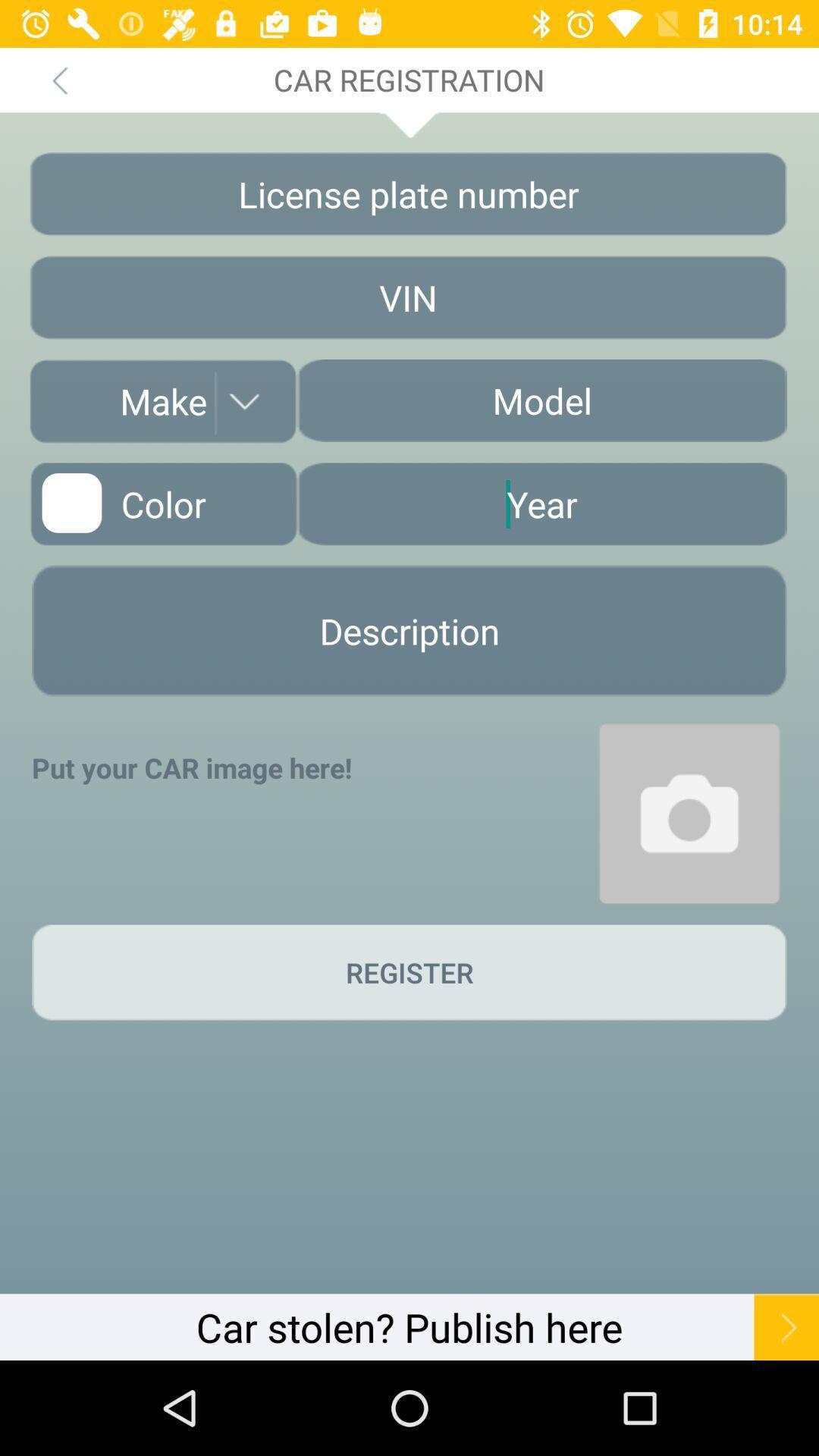  I want to click on previous, so click(58, 79).